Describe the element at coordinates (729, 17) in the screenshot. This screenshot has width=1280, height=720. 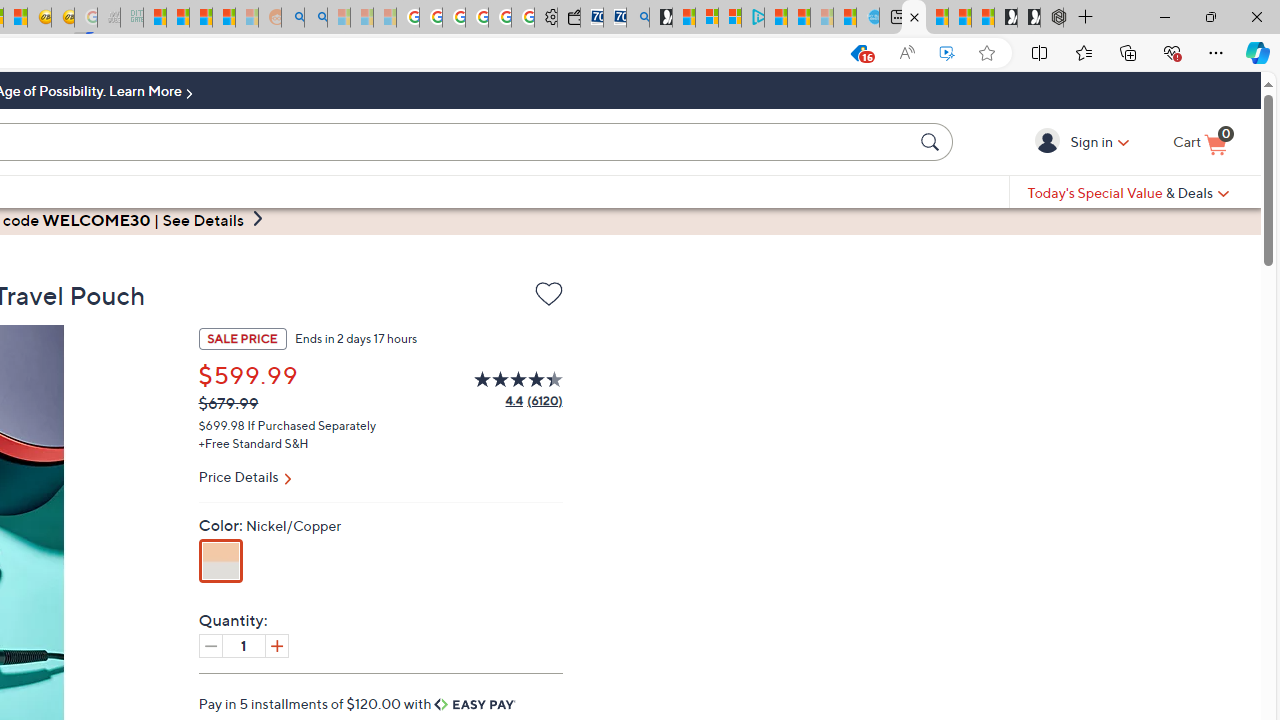
I see `'Microsoft account | Privacy'` at that location.